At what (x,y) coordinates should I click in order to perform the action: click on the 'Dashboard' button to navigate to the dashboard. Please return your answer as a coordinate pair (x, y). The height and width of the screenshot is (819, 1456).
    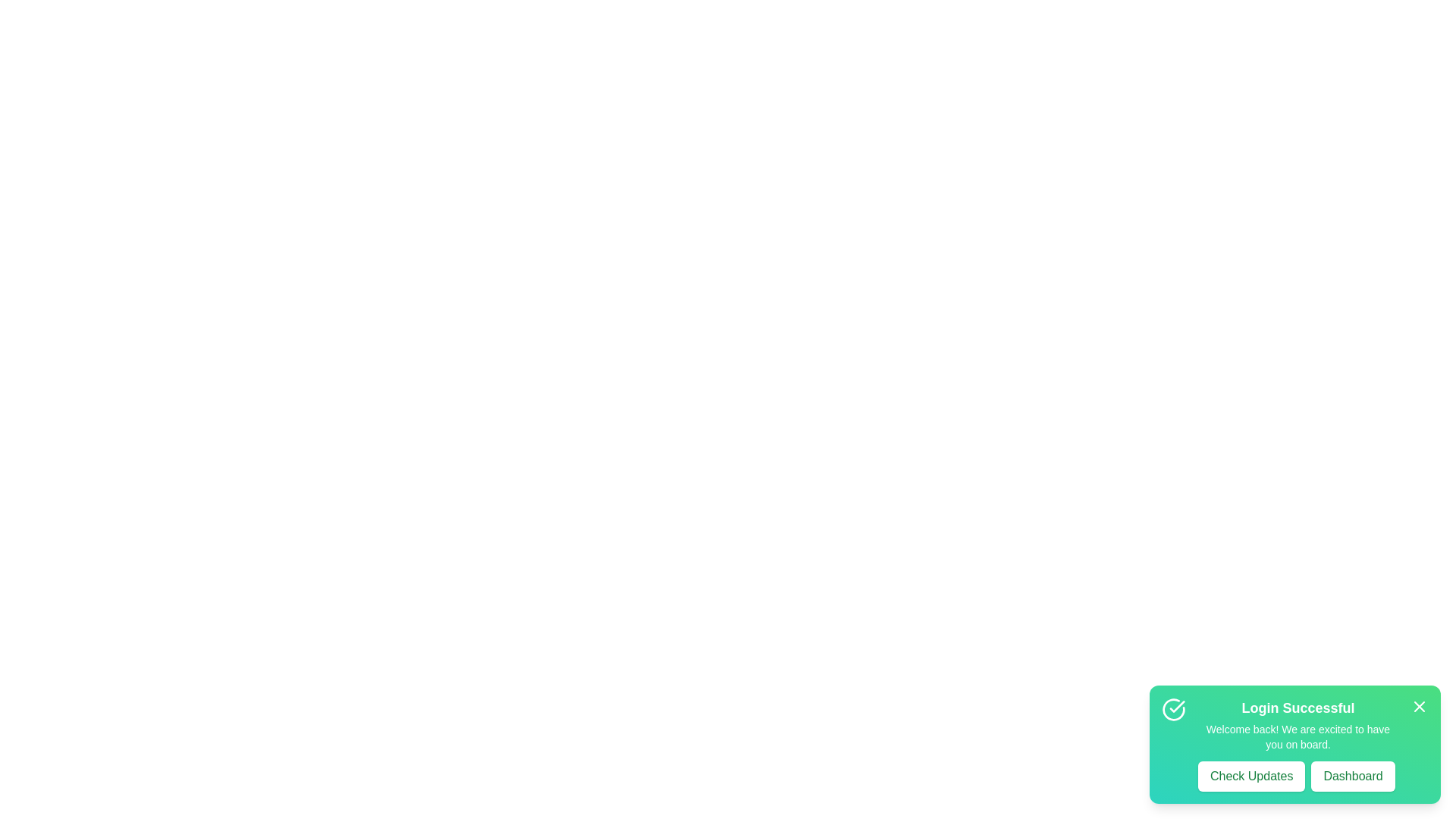
    Looking at the image, I should click on (1353, 776).